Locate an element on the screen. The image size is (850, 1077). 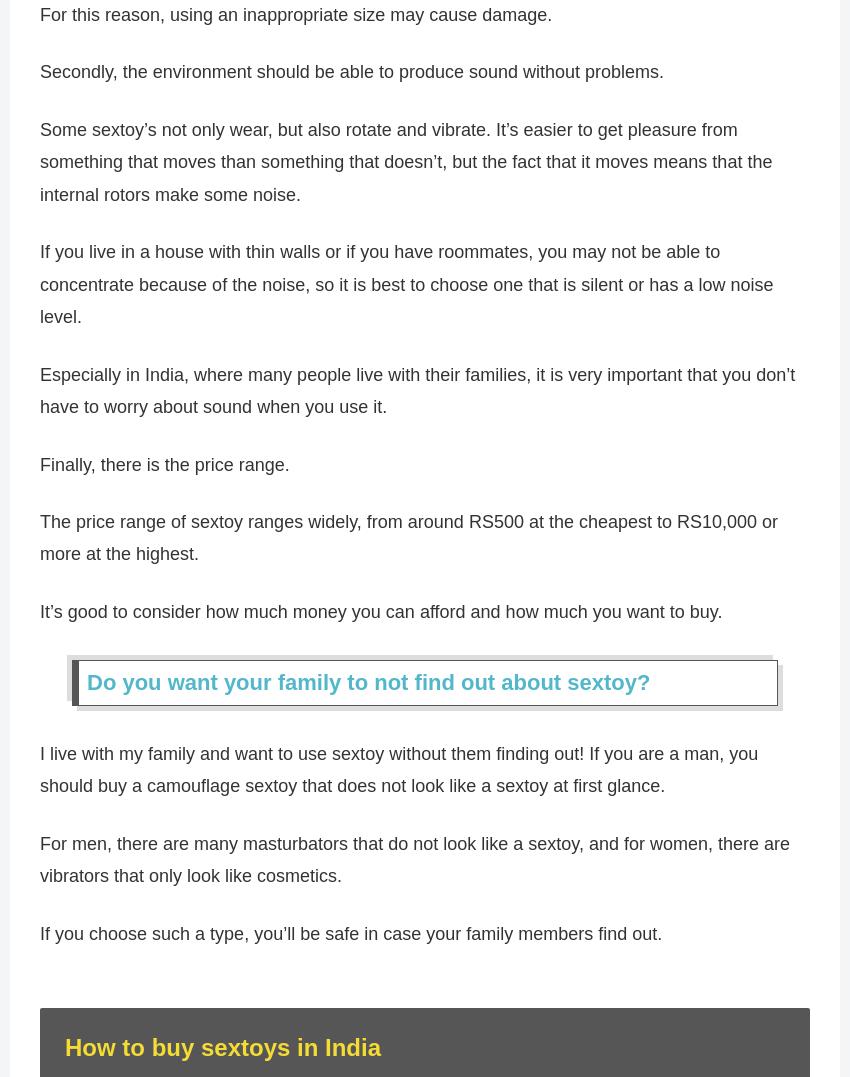
'Finally, there is the price range.' is located at coordinates (164, 473).